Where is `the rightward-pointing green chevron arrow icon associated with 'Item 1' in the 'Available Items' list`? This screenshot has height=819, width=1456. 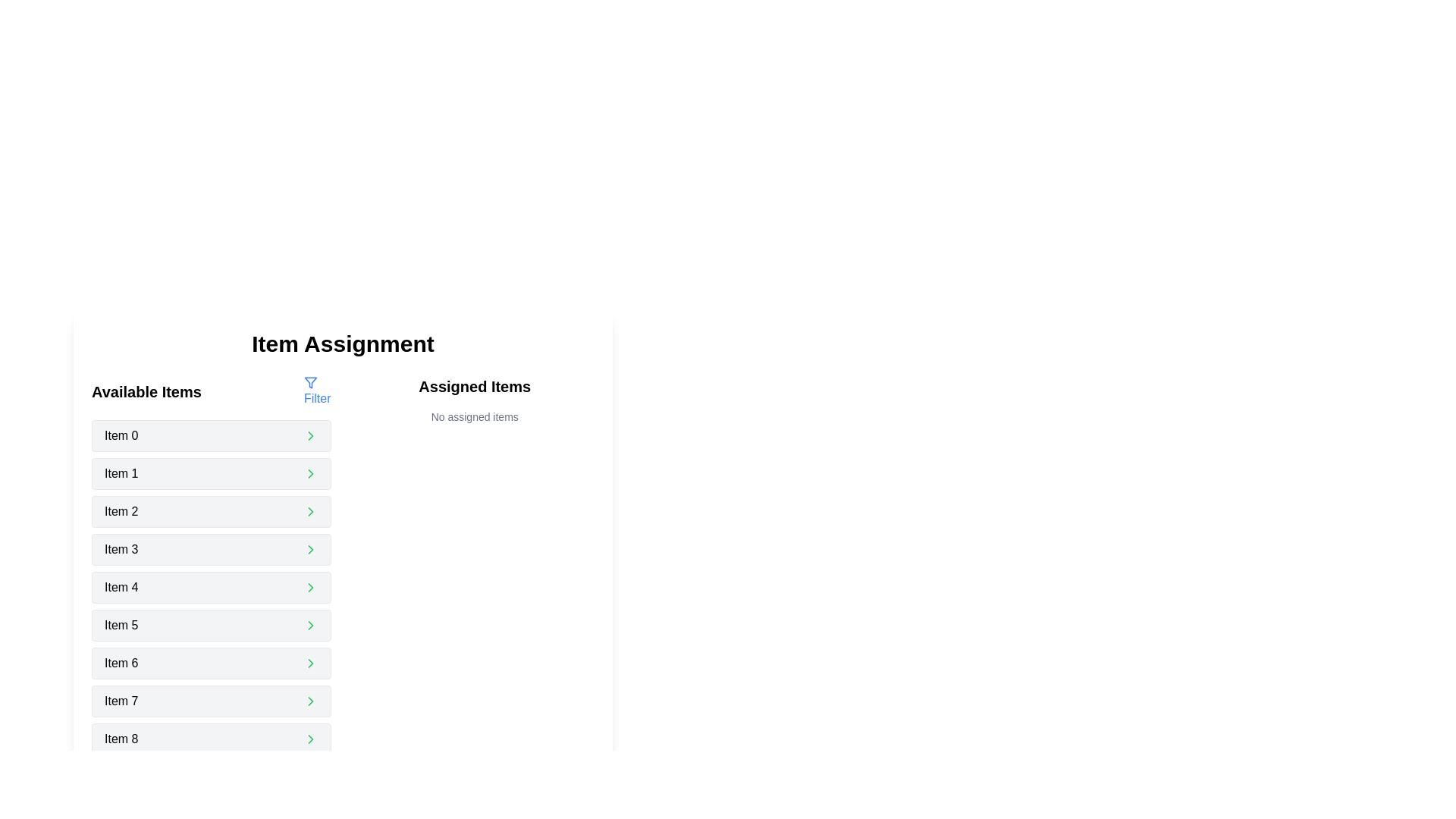 the rightward-pointing green chevron arrow icon associated with 'Item 1' in the 'Available Items' list is located at coordinates (309, 435).